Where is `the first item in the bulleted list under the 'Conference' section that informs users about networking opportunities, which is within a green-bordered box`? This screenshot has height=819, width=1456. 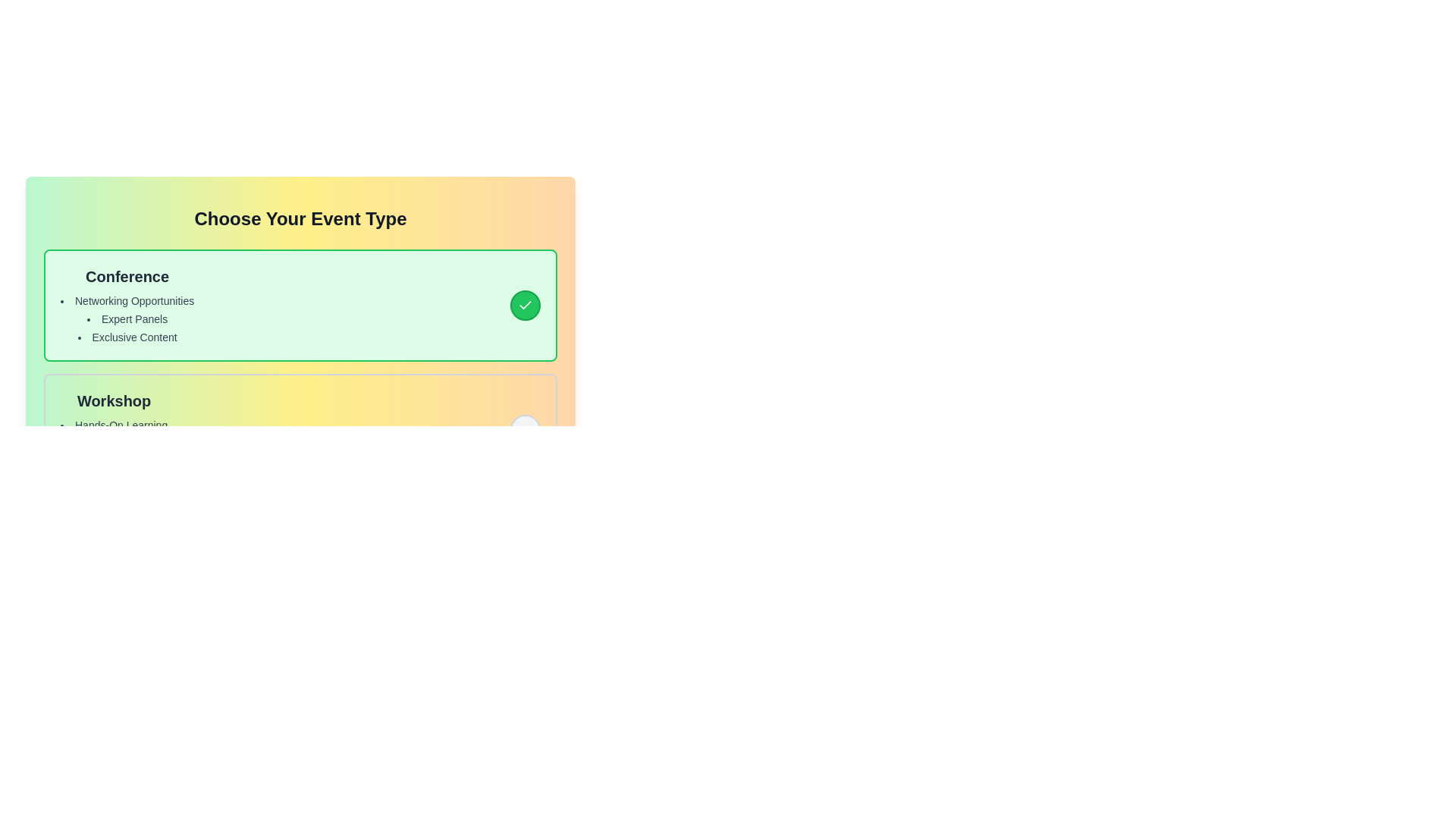
the first item in the bulleted list under the 'Conference' section that informs users about networking opportunities, which is within a green-bordered box is located at coordinates (127, 301).